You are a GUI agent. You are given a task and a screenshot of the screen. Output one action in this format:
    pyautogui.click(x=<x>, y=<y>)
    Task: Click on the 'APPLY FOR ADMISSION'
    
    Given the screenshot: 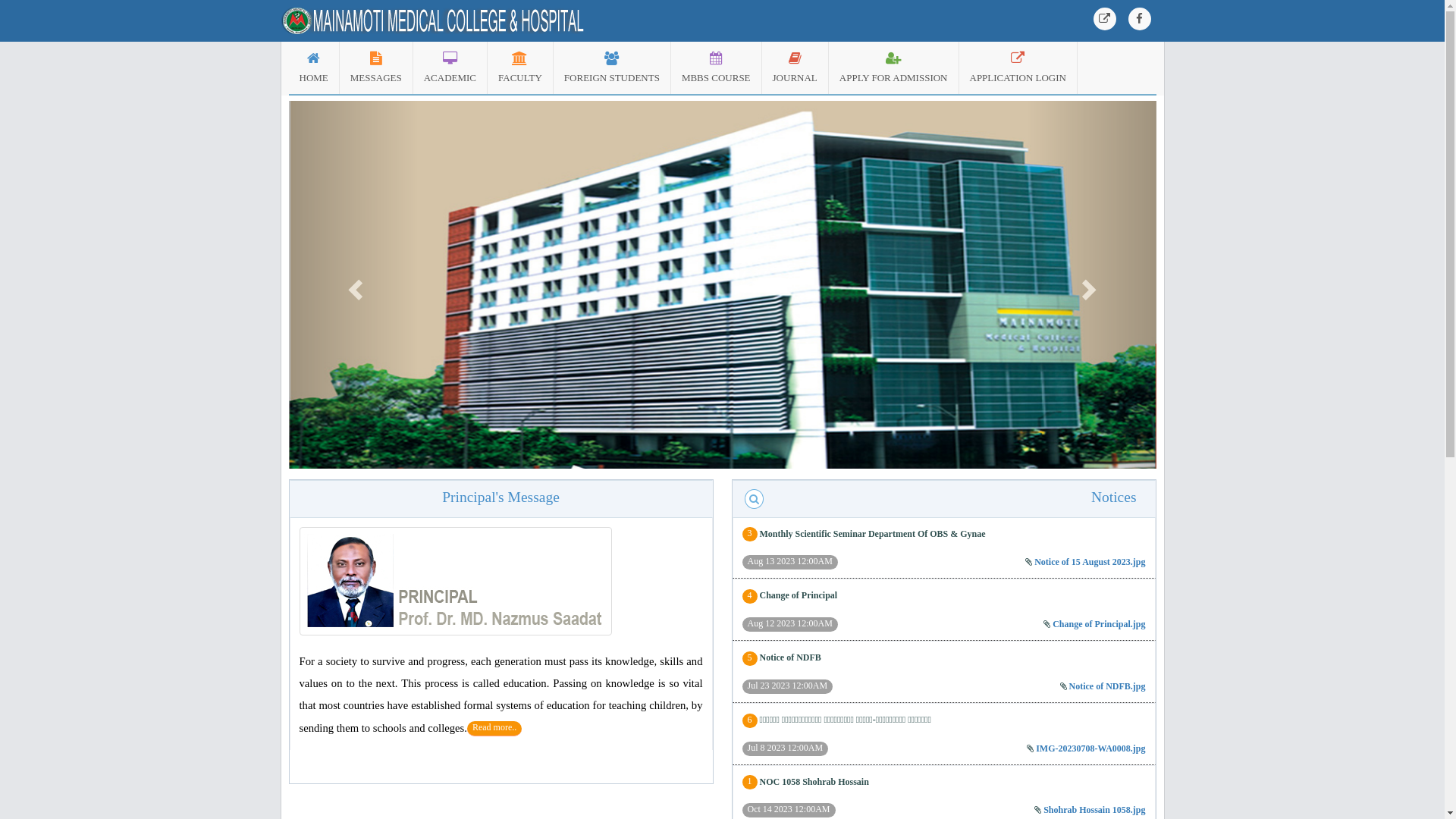 What is the action you would take?
    pyautogui.click(x=893, y=67)
    